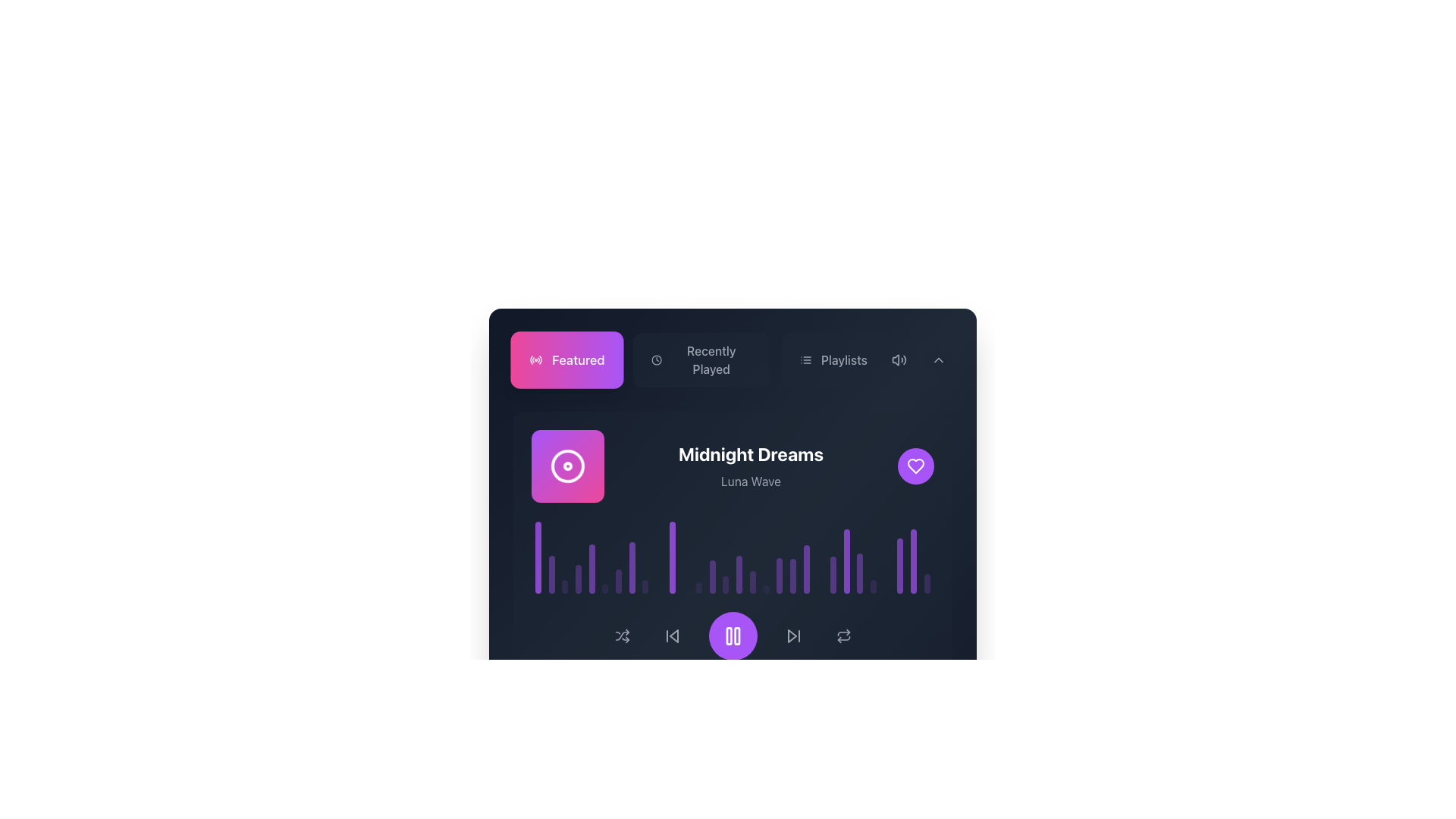 The image size is (1456, 819). What do you see at coordinates (860, 573) in the screenshot?
I see `the 24th audio visualization bar, which is a vertical rounded bar with a gradient purple color, located in the audio visualization interface below the song title and artist name` at bounding box center [860, 573].